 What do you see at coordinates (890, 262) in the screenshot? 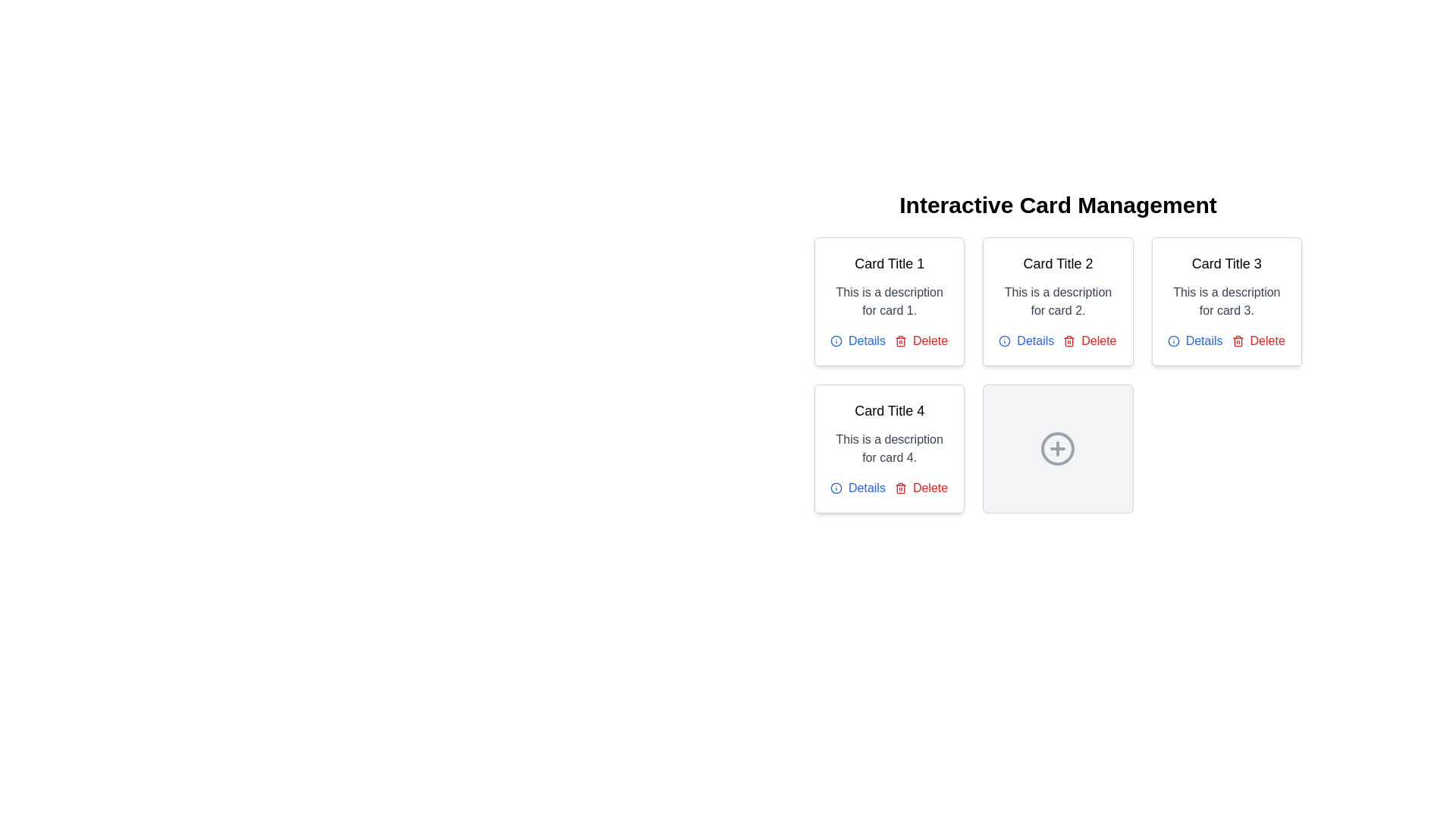
I see `the header text labeled 'Card Title 1', which identifies the first card in the grid layout located in the upper-left corner of the cards section` at bounding box center [890, 262].